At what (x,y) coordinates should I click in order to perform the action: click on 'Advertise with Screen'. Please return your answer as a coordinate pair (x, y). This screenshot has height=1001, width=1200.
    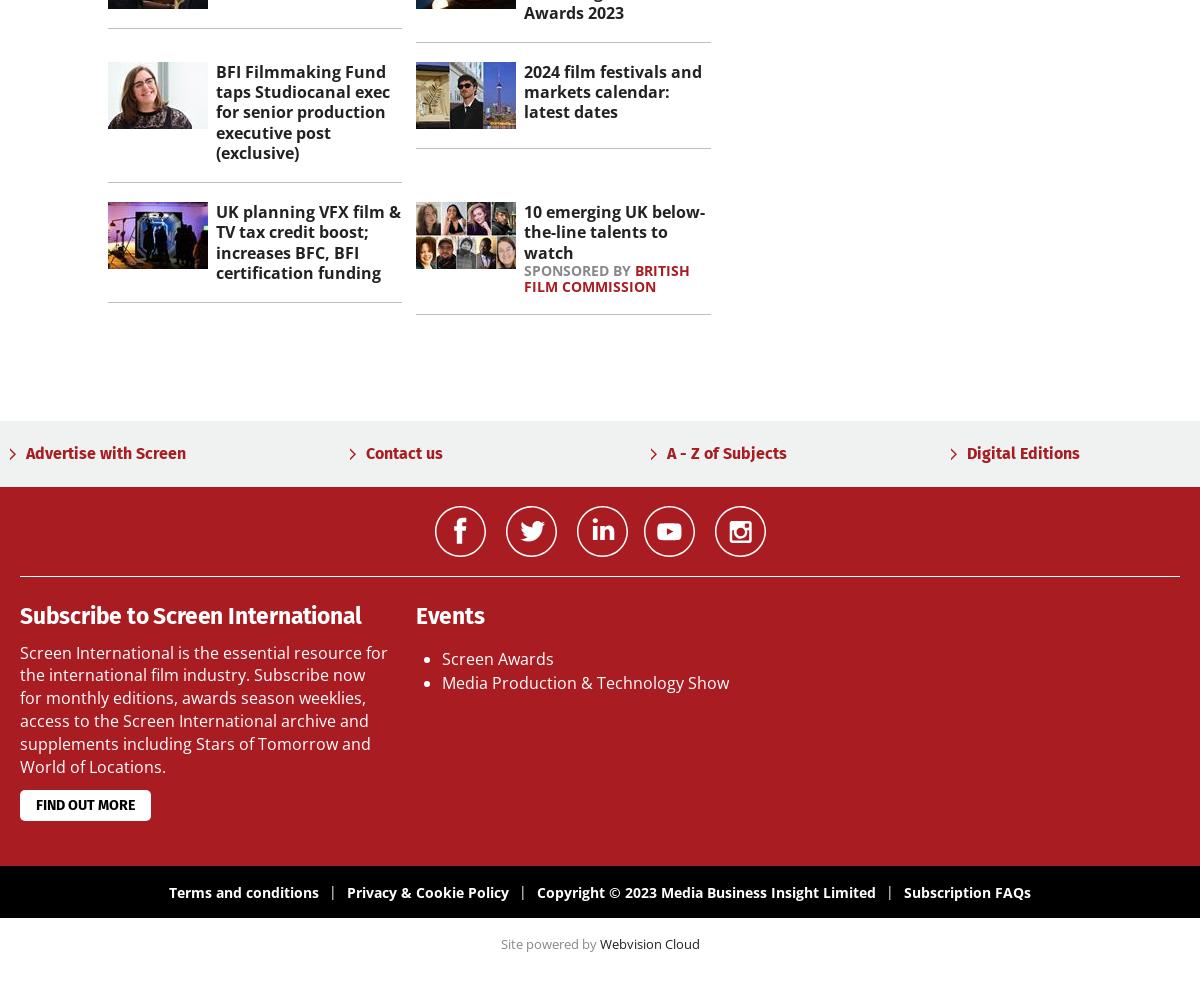
    Looking at the image, I should click on (26, 452).